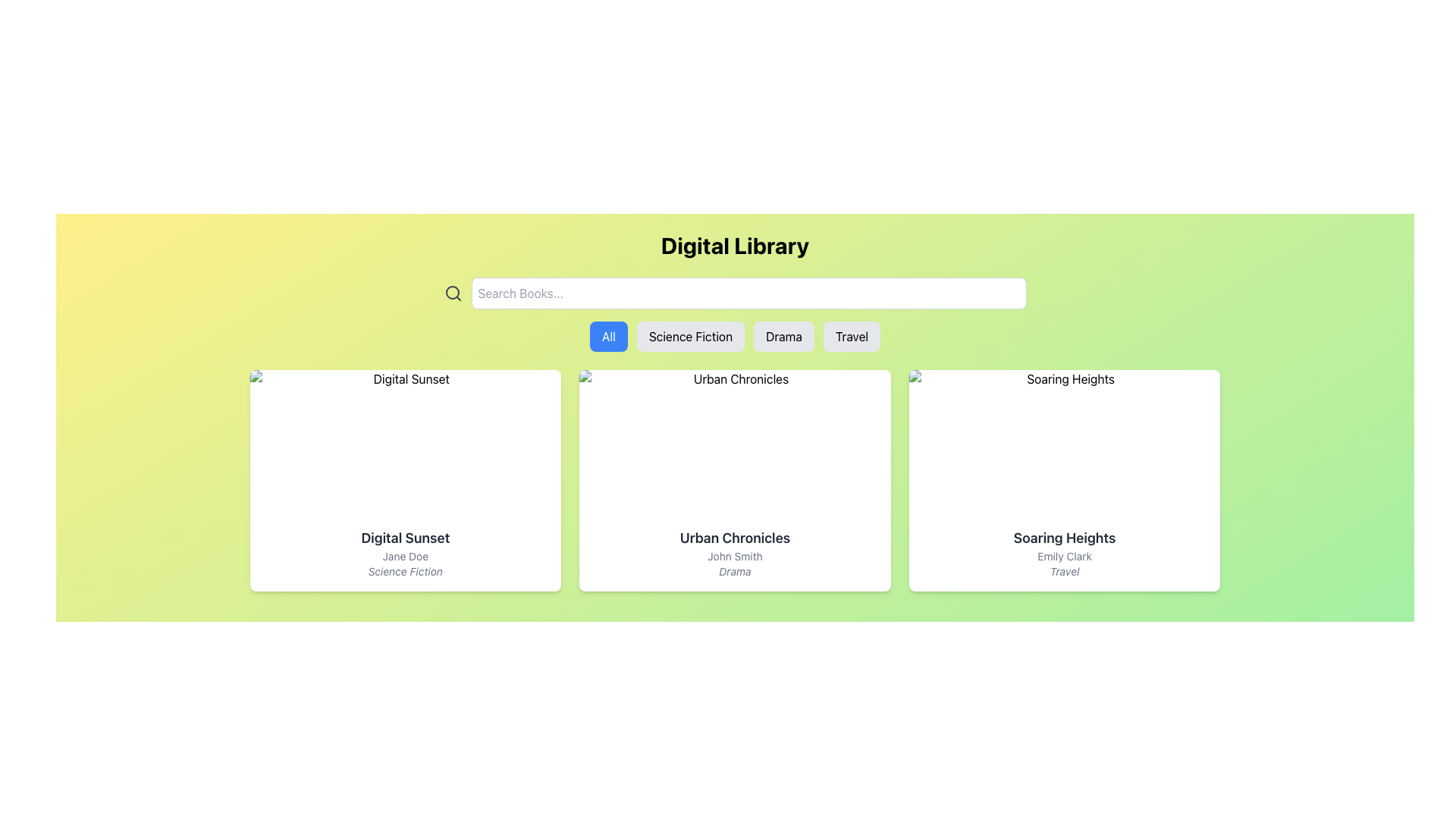 This screenshot has width=1456, height=819. I want to click on the blue button labeled 'All' to observe its hover effect, which is the leftmost button in a row of category buttons positioned below the search bar, so click(608, 335).